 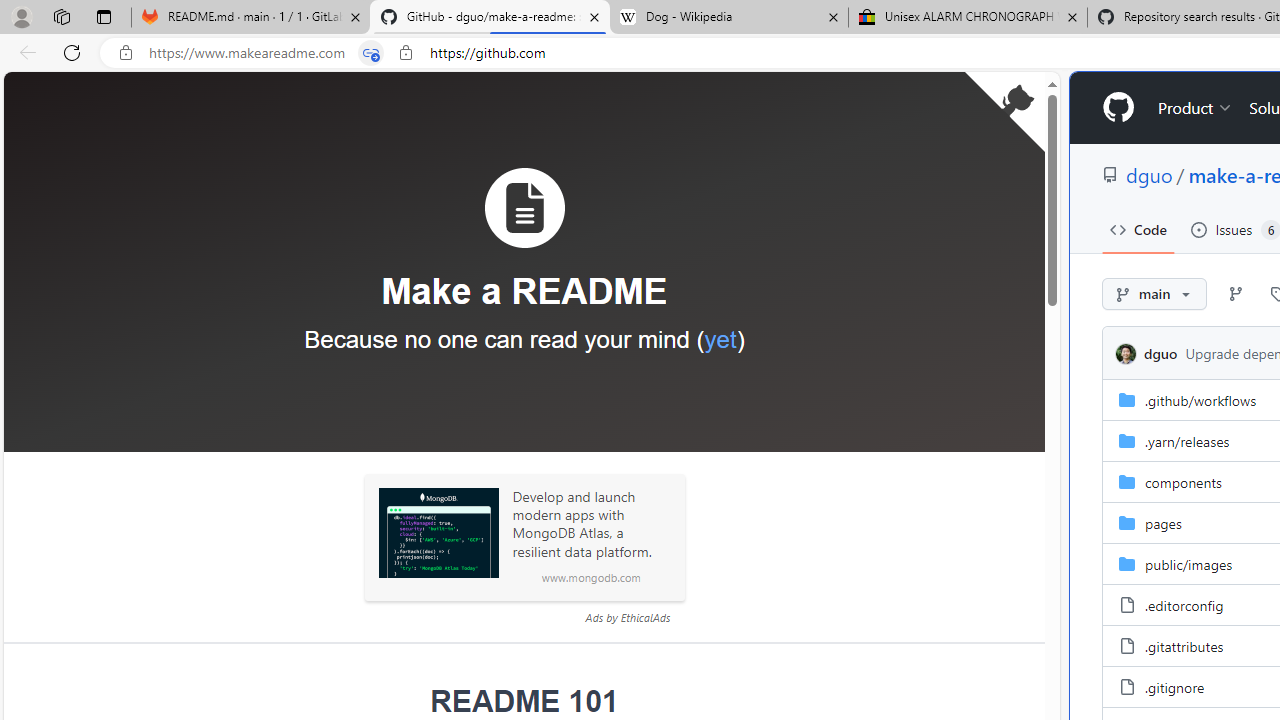 I want to click on 'pages, (Directory)', so click(x=1163, y=521).